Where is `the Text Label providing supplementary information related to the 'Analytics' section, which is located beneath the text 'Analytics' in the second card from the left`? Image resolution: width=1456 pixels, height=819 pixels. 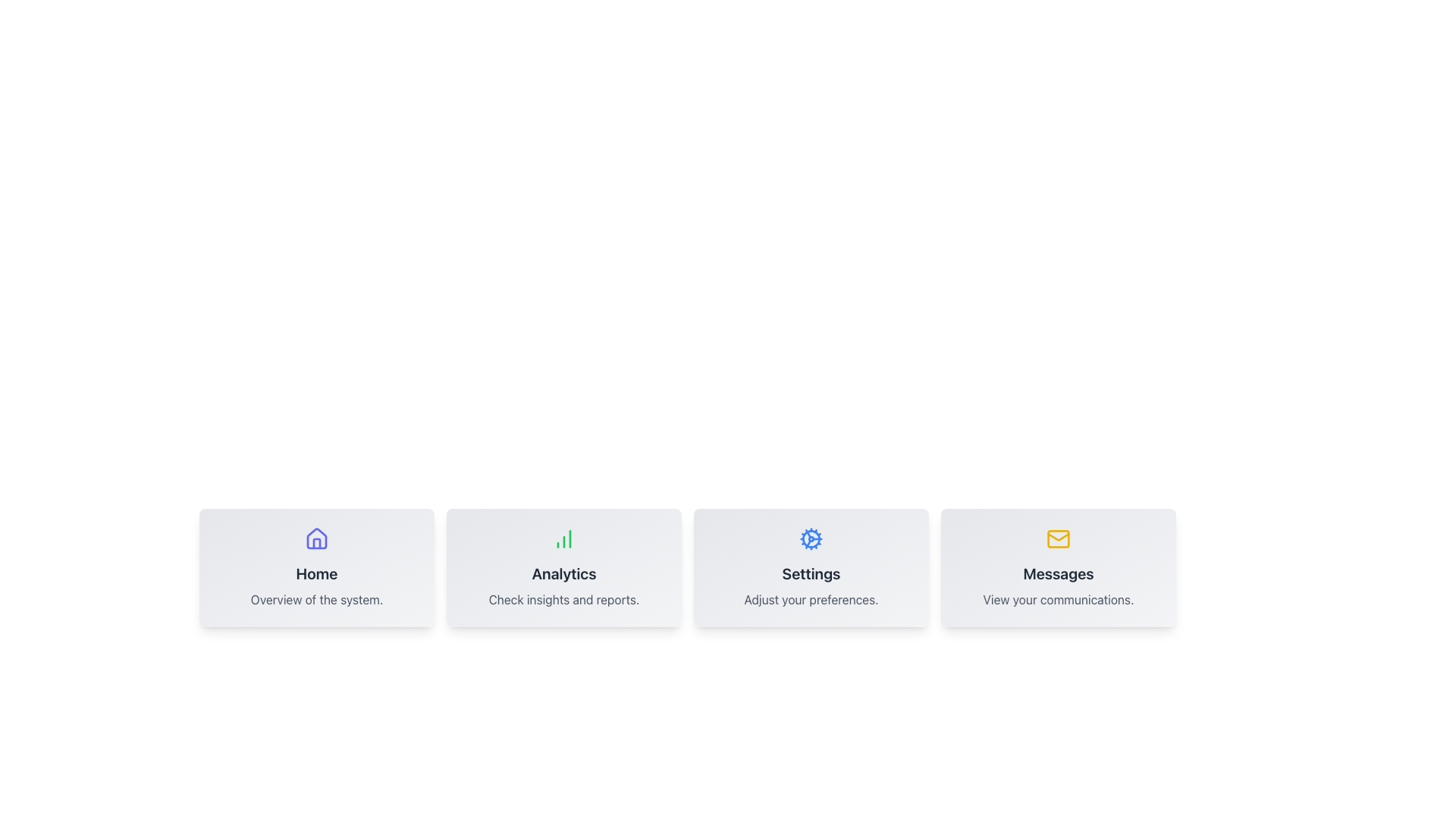
the Text Label providing supplementary information related to the 'Analytics' section, which is located beneath the text 'Analytics' in the second card from the left is located at coordinates (563, 598).